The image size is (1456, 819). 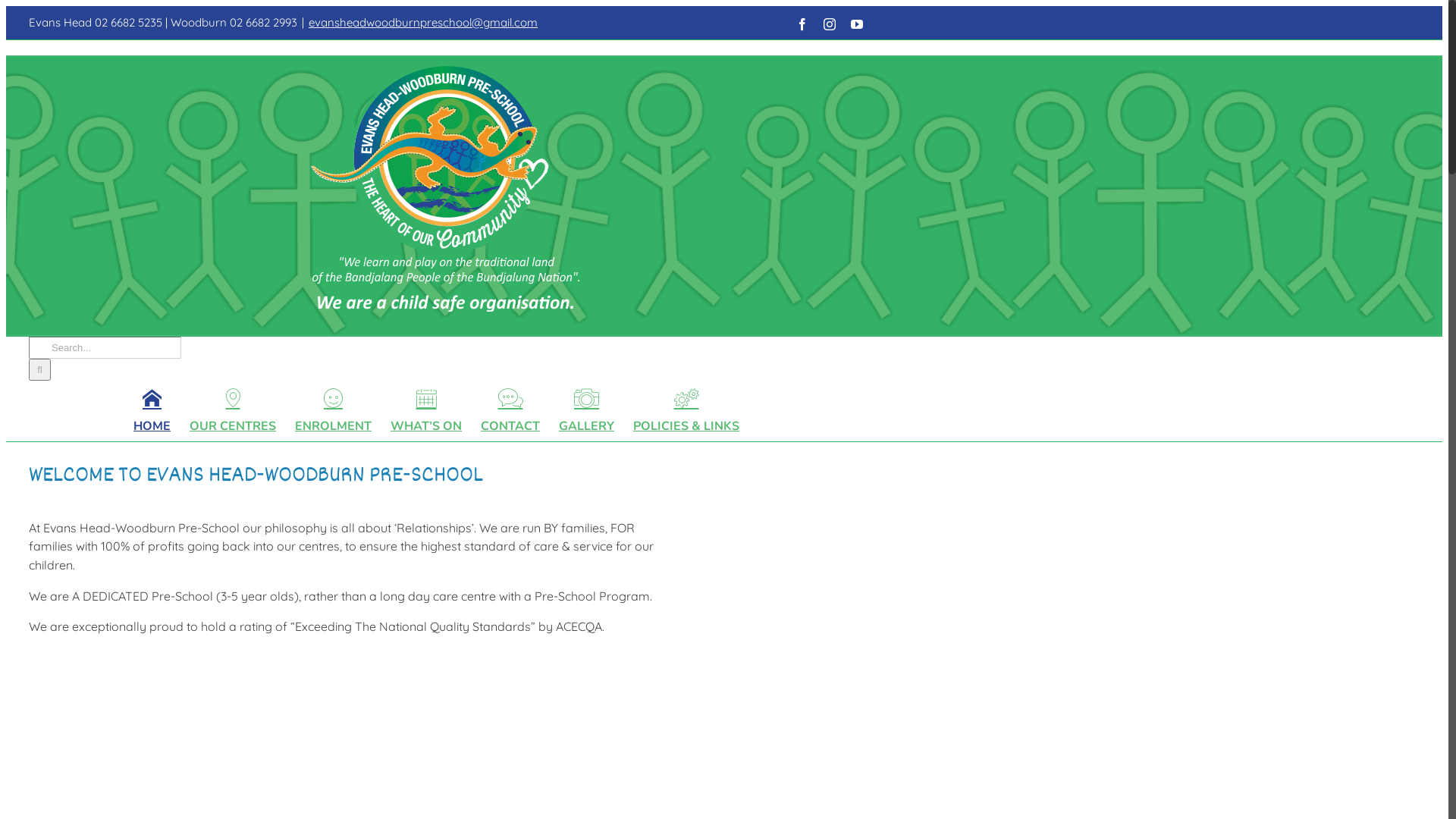 What do you see at coordinates (856, 24) in the screenshot?
I see `'YouTube'` at bounding box center [856, 24].